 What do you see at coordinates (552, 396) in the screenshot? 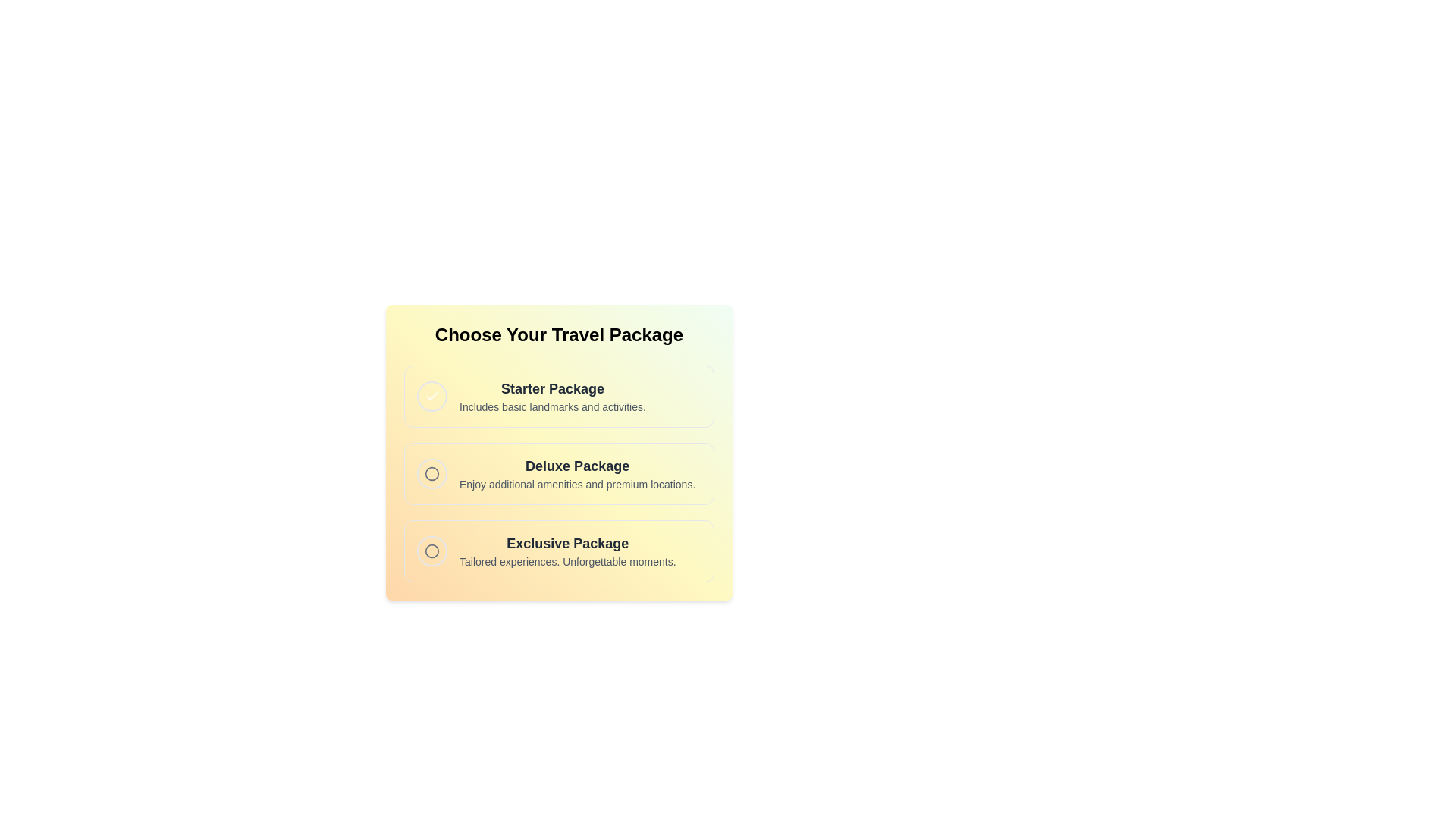
I see `information from the Text Label displaying 'Starter Package' and its description located at the uppermost option in the selection list of travel packages` at bounding box center [552, 396].